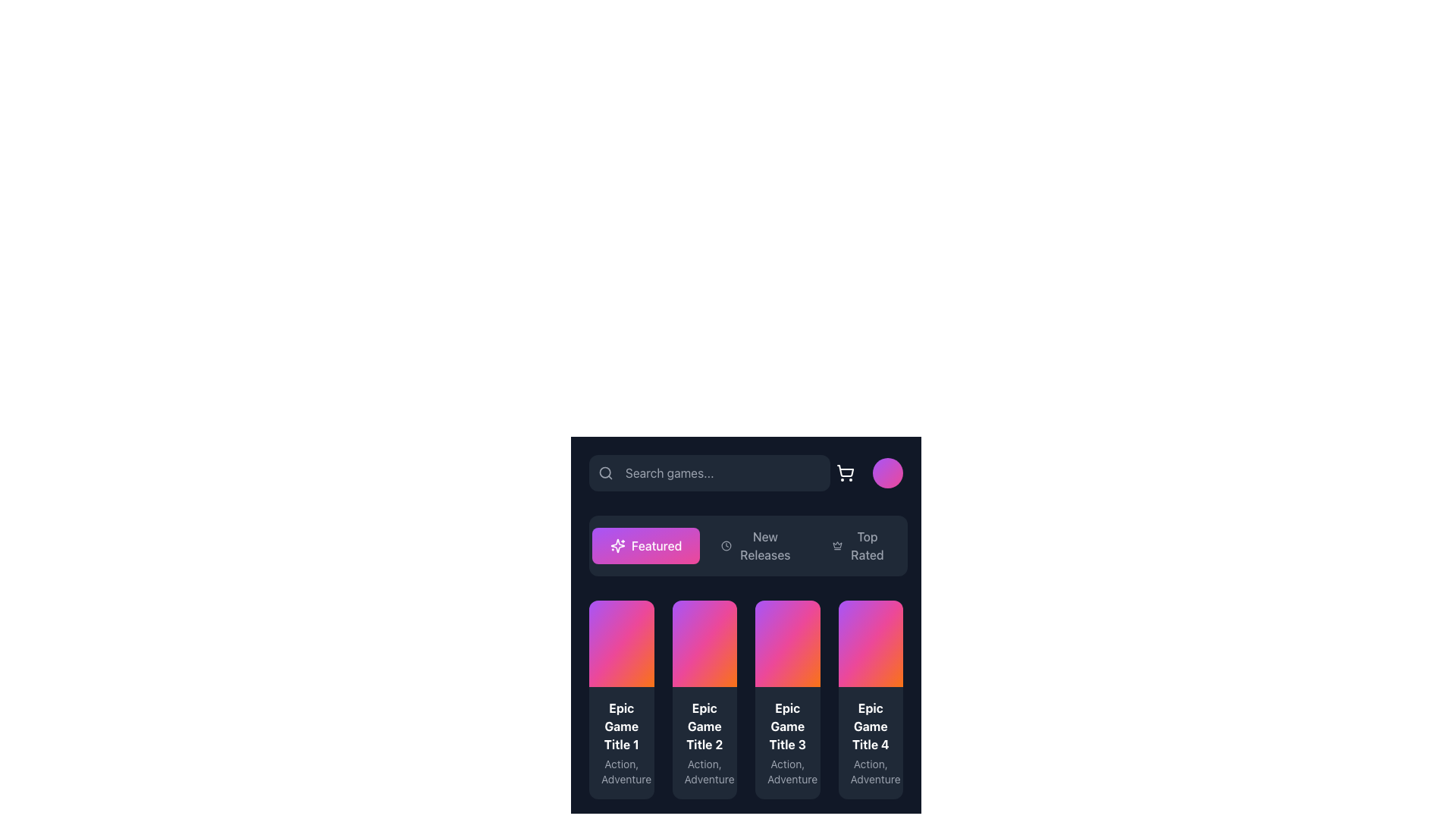 The image size is (1456, 819). What do you see at coordinates (621, 643) in the screenshot?
I see `the Decorative Gradient Background located in the first card on the left under the 'Featured' button to enhance its aesthetic appeal` at bounding box center [621, 643].